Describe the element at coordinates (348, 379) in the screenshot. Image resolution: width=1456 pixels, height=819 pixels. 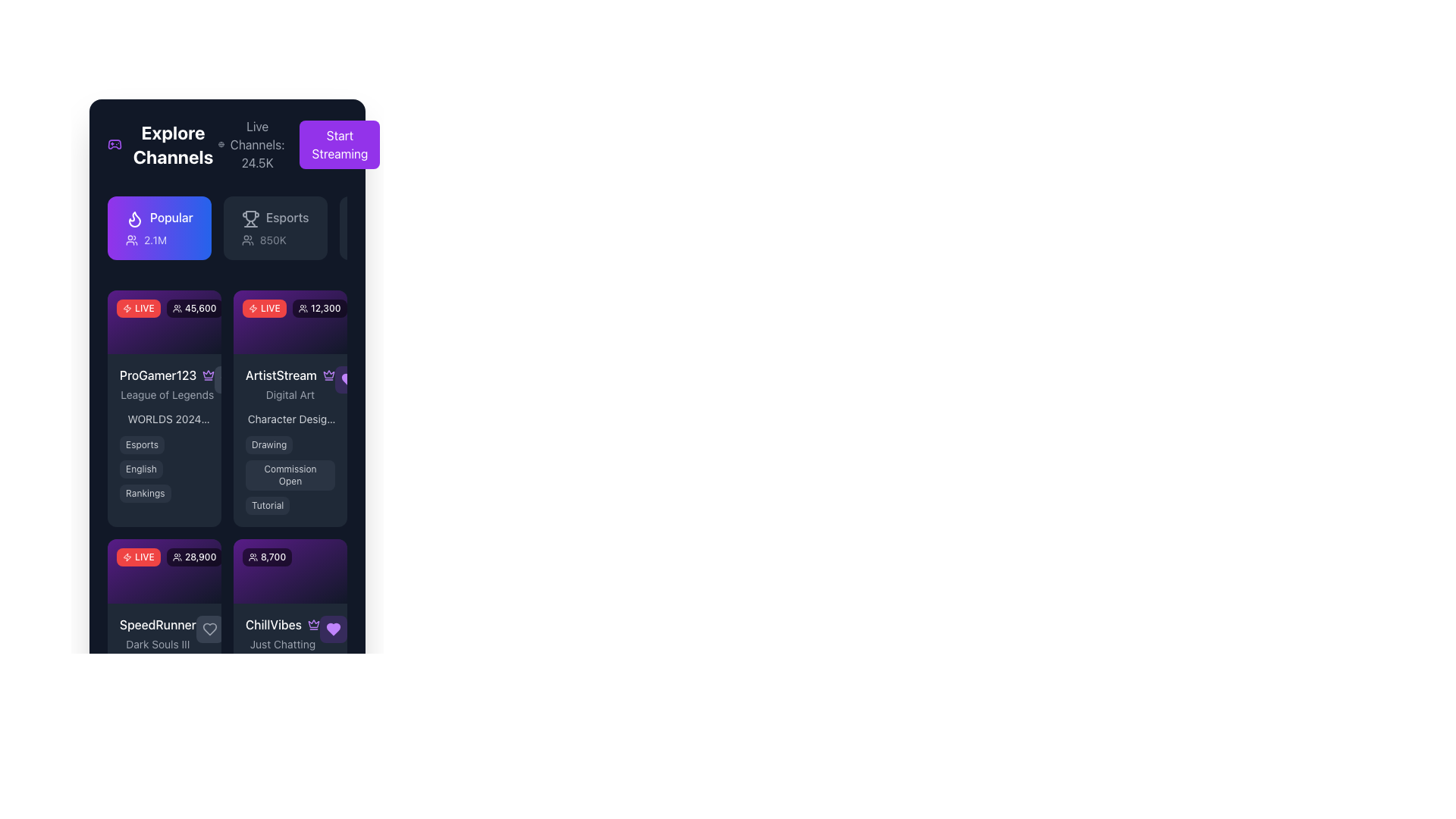
I see `the button in the 'ArtistStream' card located at the top-right corner of the 'Digital Art' category` at that location.